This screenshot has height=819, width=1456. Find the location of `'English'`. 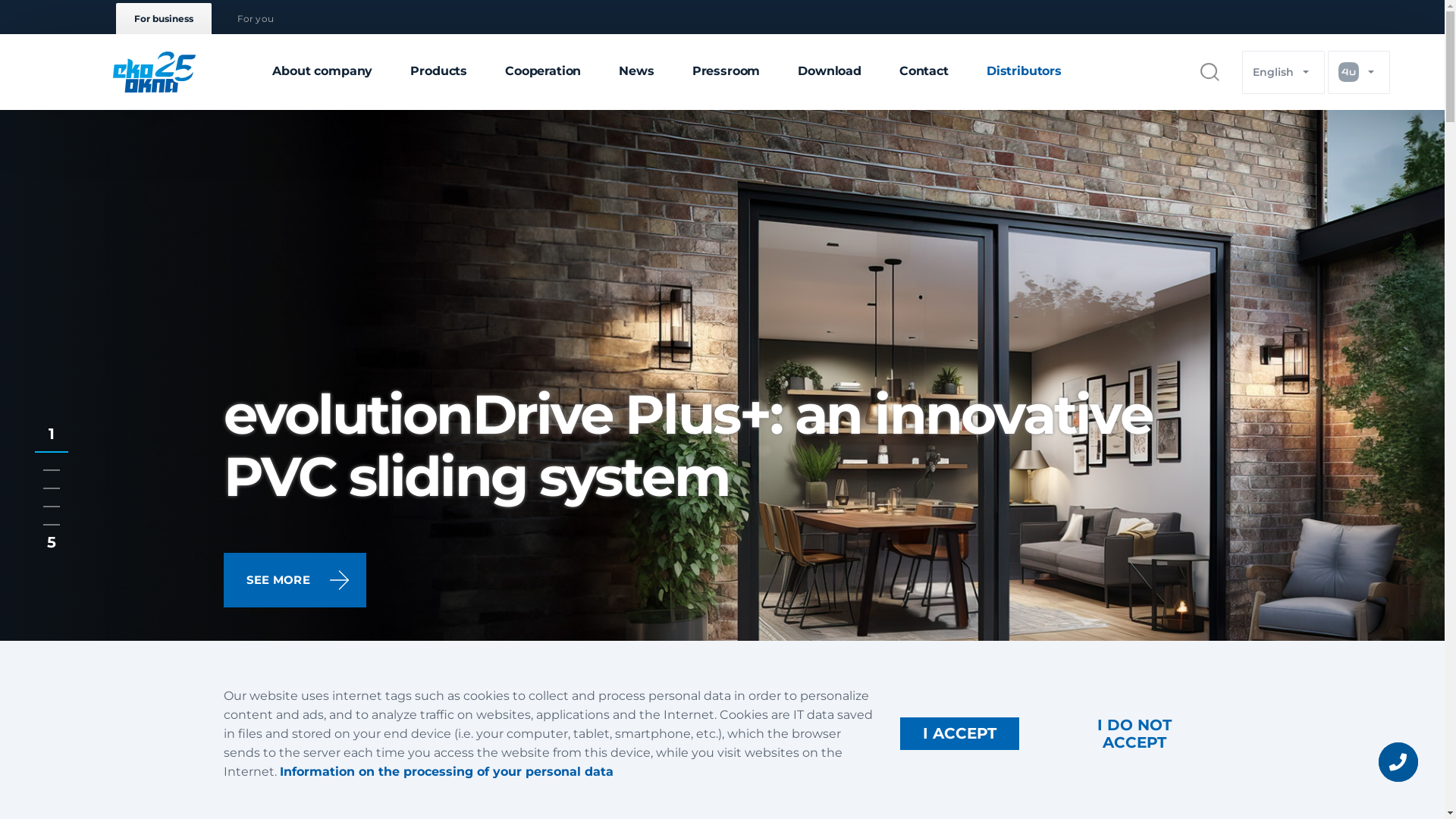

'English' is located at coordinates (1282, 71).